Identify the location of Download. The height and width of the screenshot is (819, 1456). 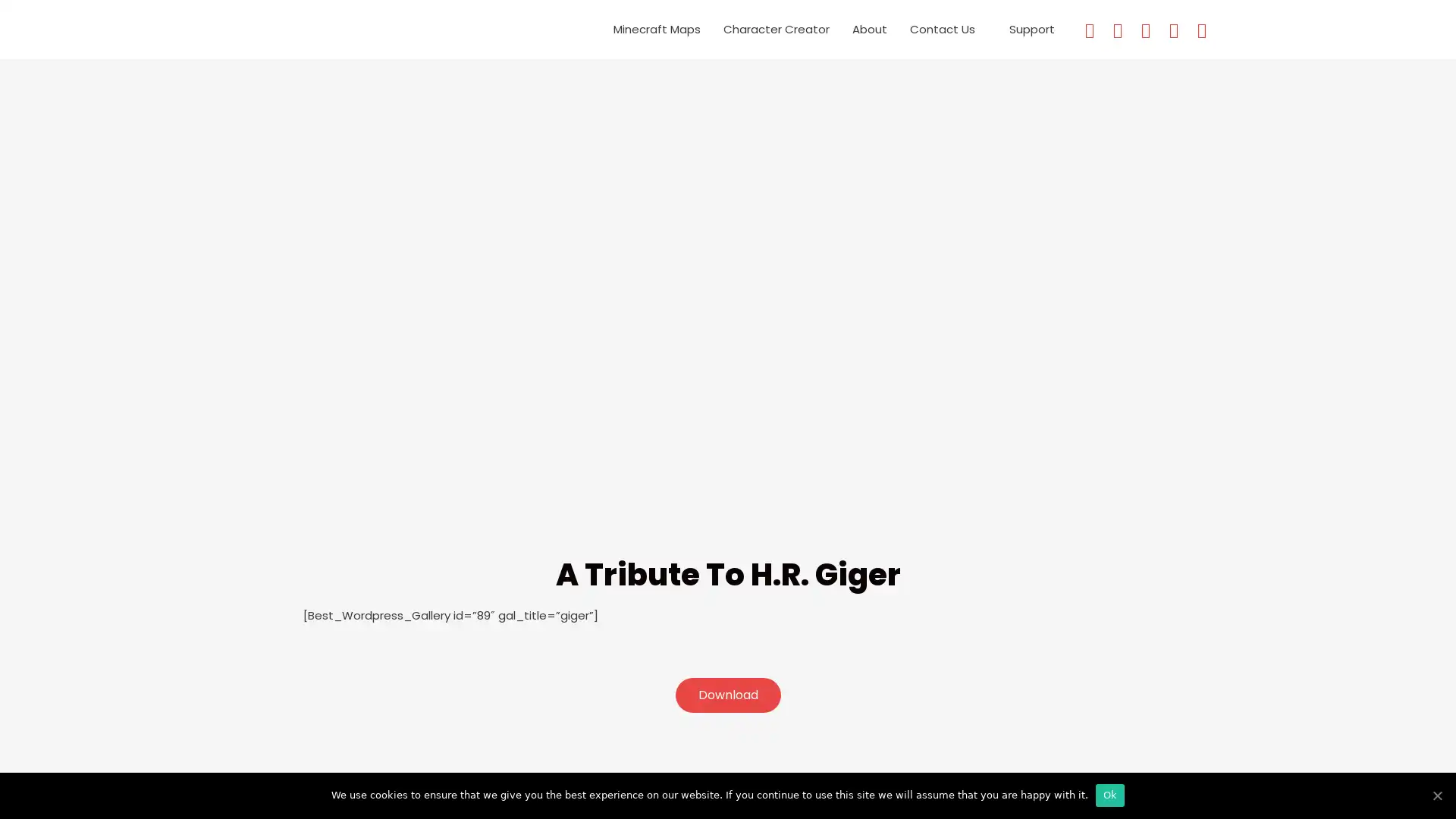
(726, 695).